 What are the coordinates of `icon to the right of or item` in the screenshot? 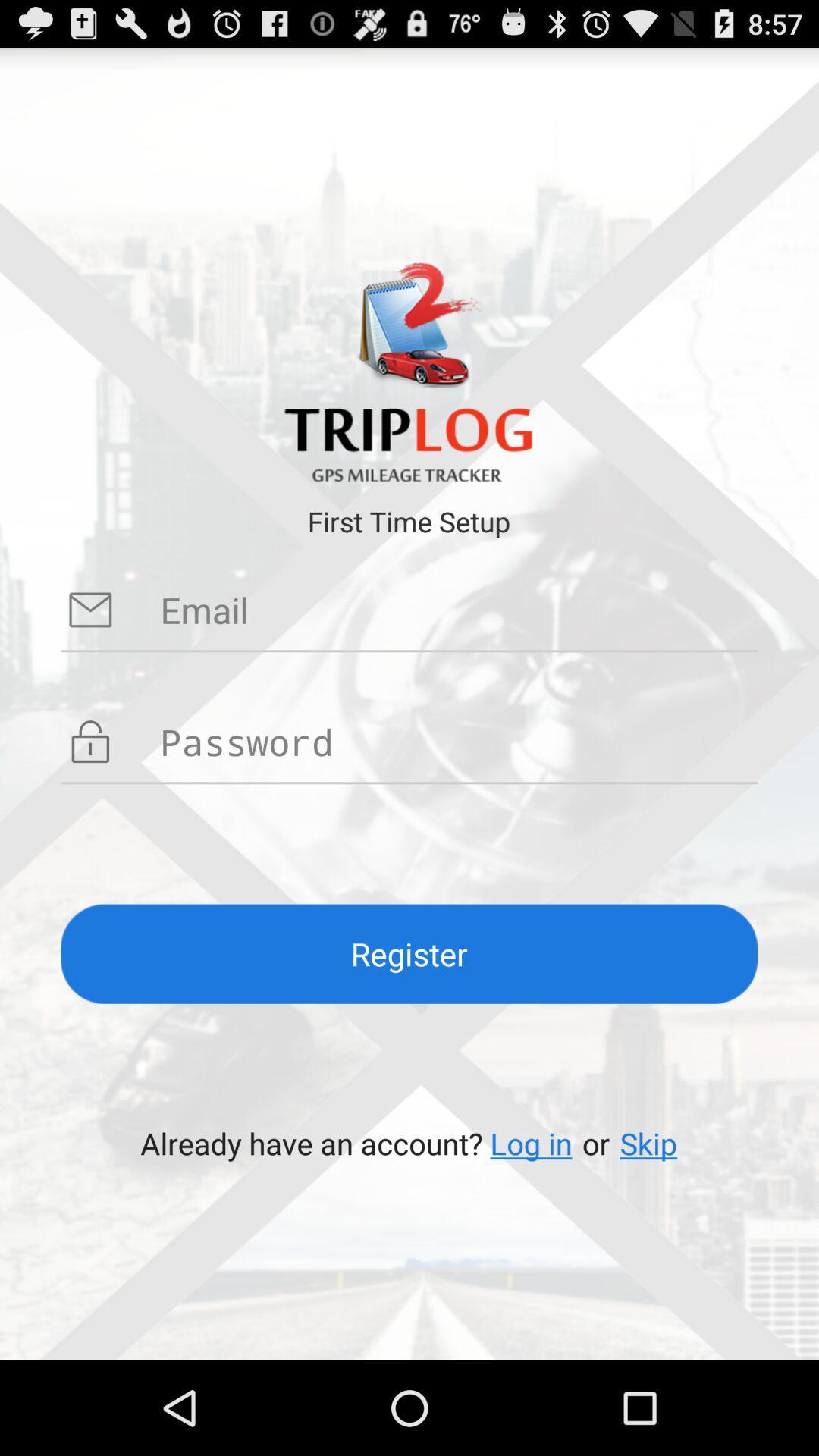 It's located at (648, 1143).